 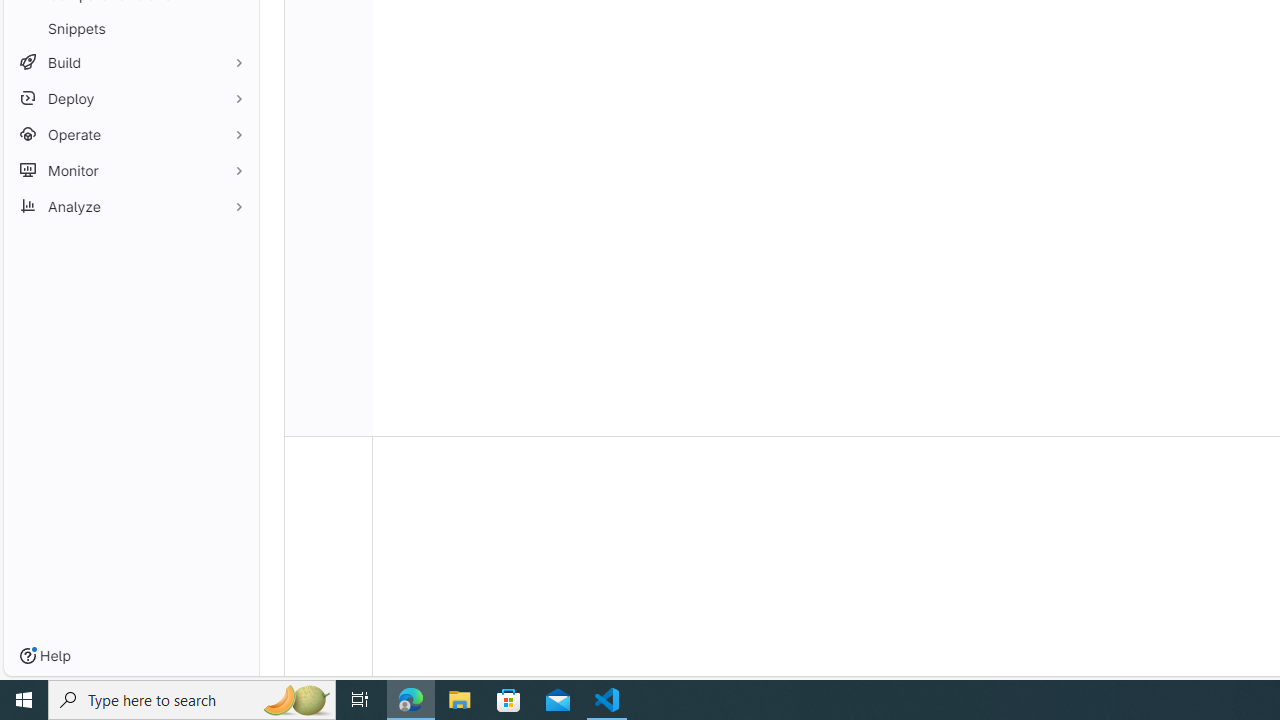 What do you see at coordinates (130, 28) in the screenshot?
I see `'Snippets'` at bounding box center [130, 28].